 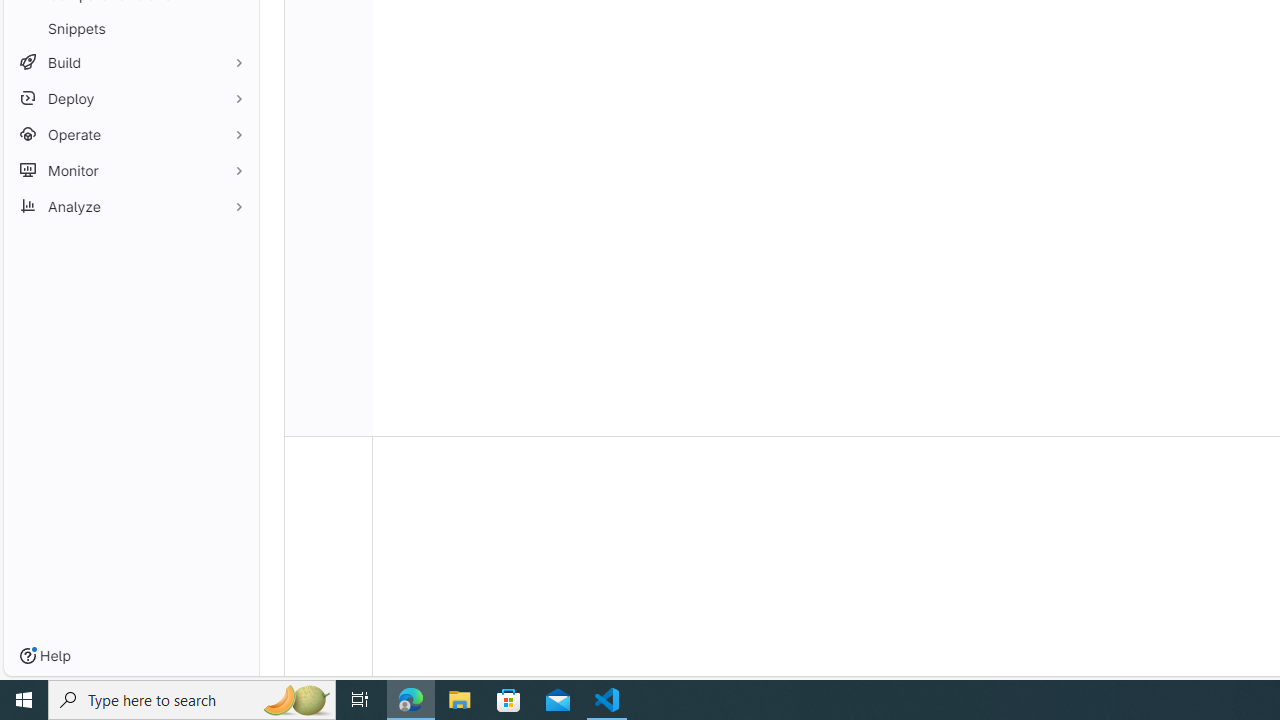 What do you see at coordinates (130, 28) in the screenshot?
I see `'Snippets'` at bounding box center [130, 28].